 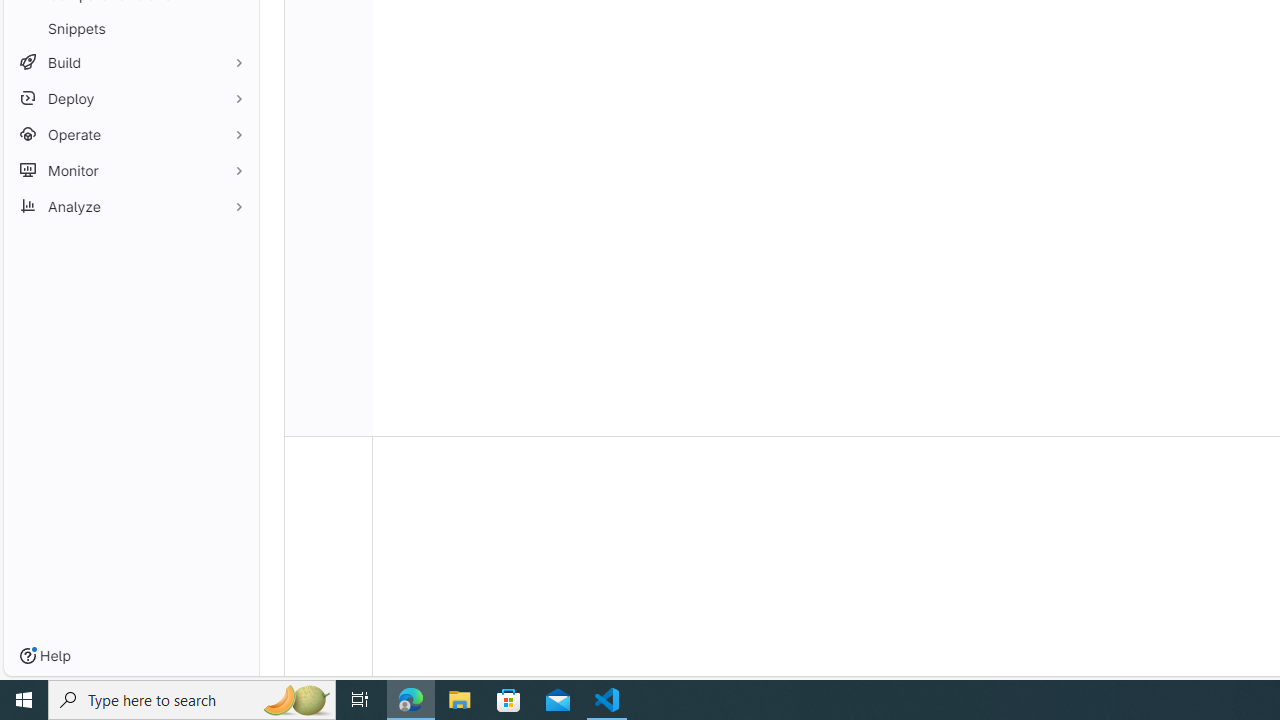 What do you see at coordinates (130, 28) in the screenshot?
I see `'Snippets'` at bounding box center [130, 28].